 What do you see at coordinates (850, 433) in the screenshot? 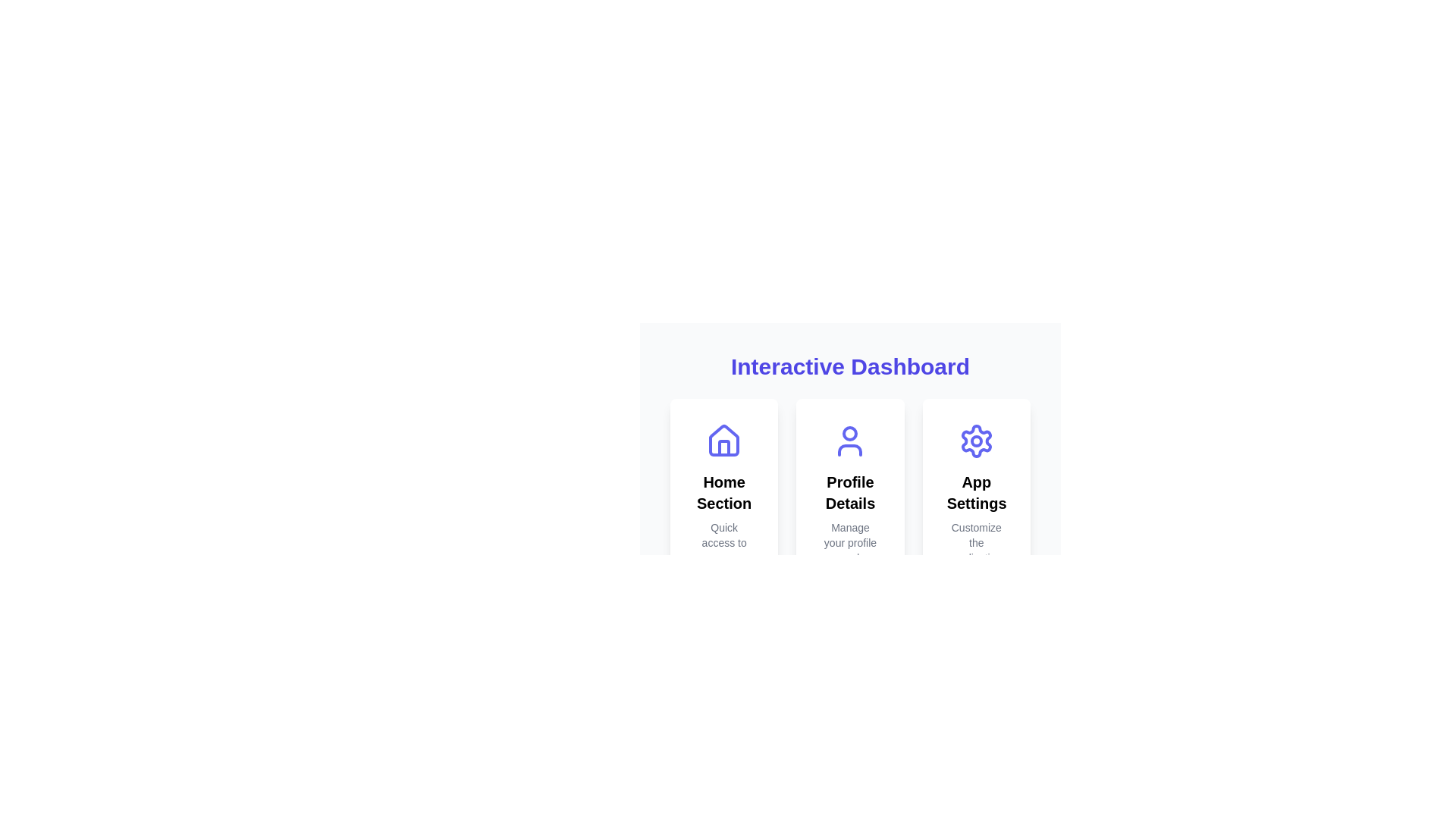
I see `the decorative graphical icon that forms the head of the user profile illustration, located in the middle column below the 'Interactive Dashboard' header` at bounding box center [850, 433].